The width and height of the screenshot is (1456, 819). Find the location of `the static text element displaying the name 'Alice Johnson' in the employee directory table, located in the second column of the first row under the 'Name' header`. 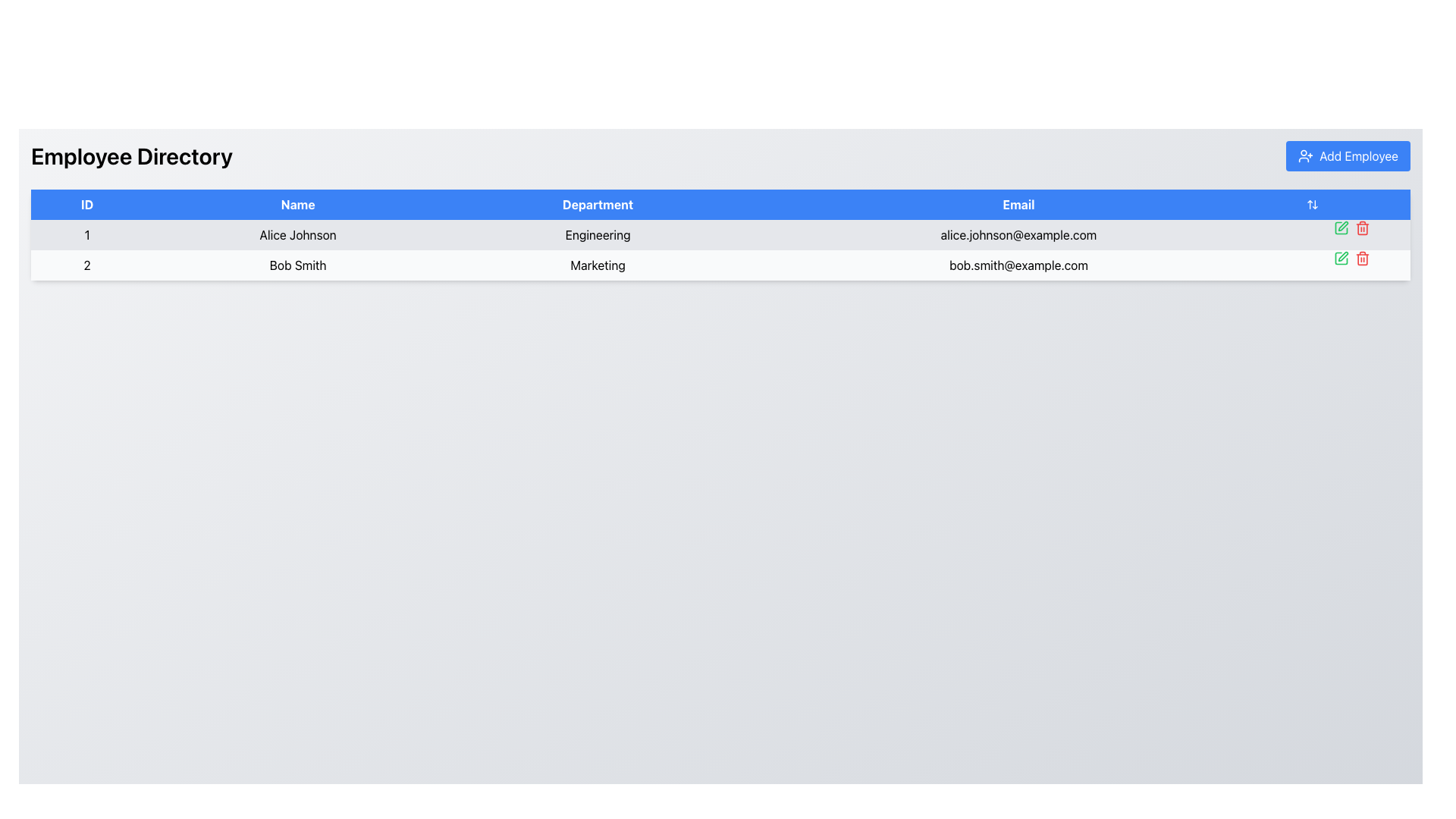

the static text element displaying the name 'Alice Johnson' in the employee directory table, located in the second column of the first row under the 'Name' header is located at coordinates (298, 234).